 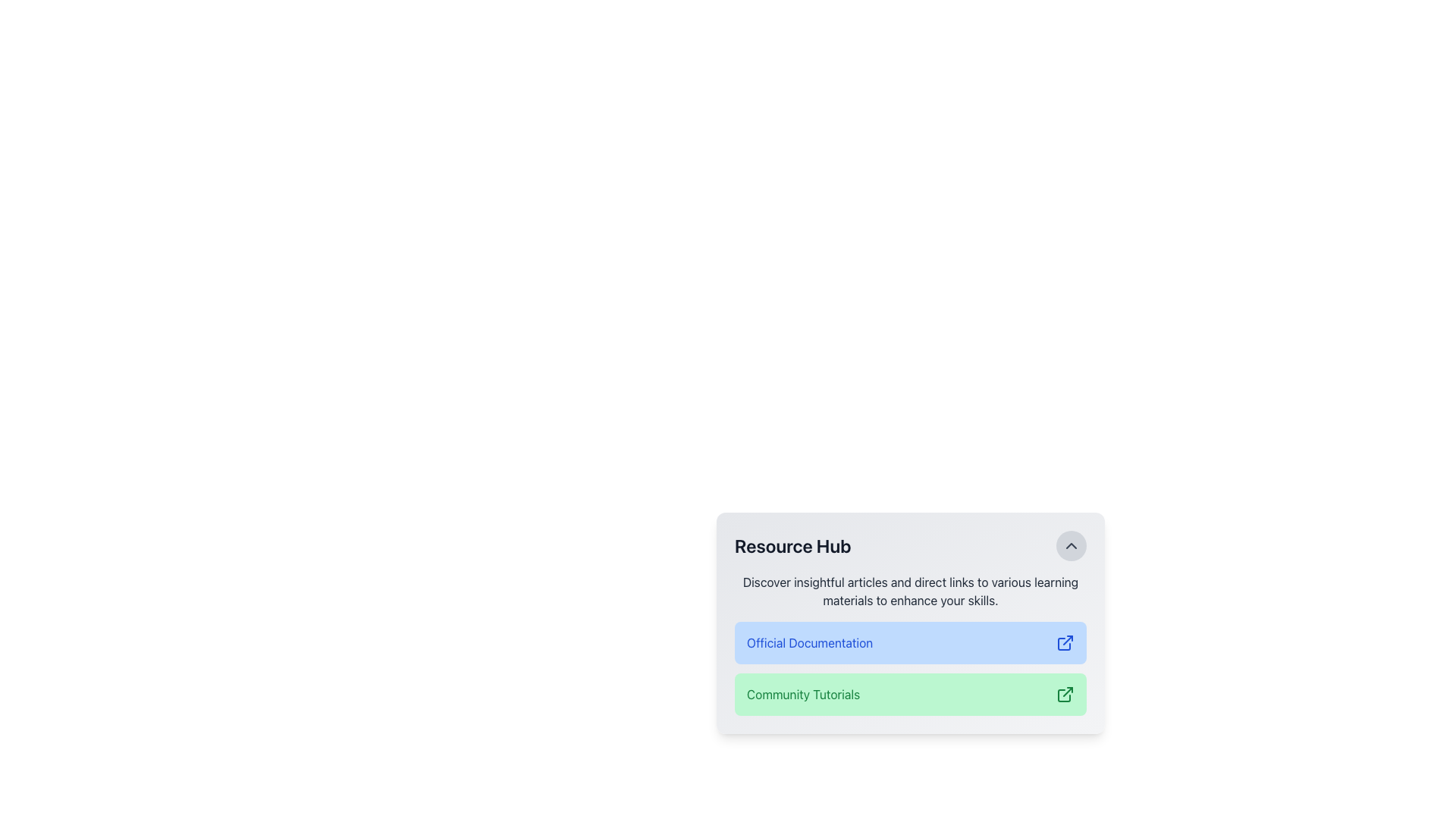 I want to click on the blue rectangular button labeled 'Official Documentation' to visualize its hover effects, so click(x=910, y=644).